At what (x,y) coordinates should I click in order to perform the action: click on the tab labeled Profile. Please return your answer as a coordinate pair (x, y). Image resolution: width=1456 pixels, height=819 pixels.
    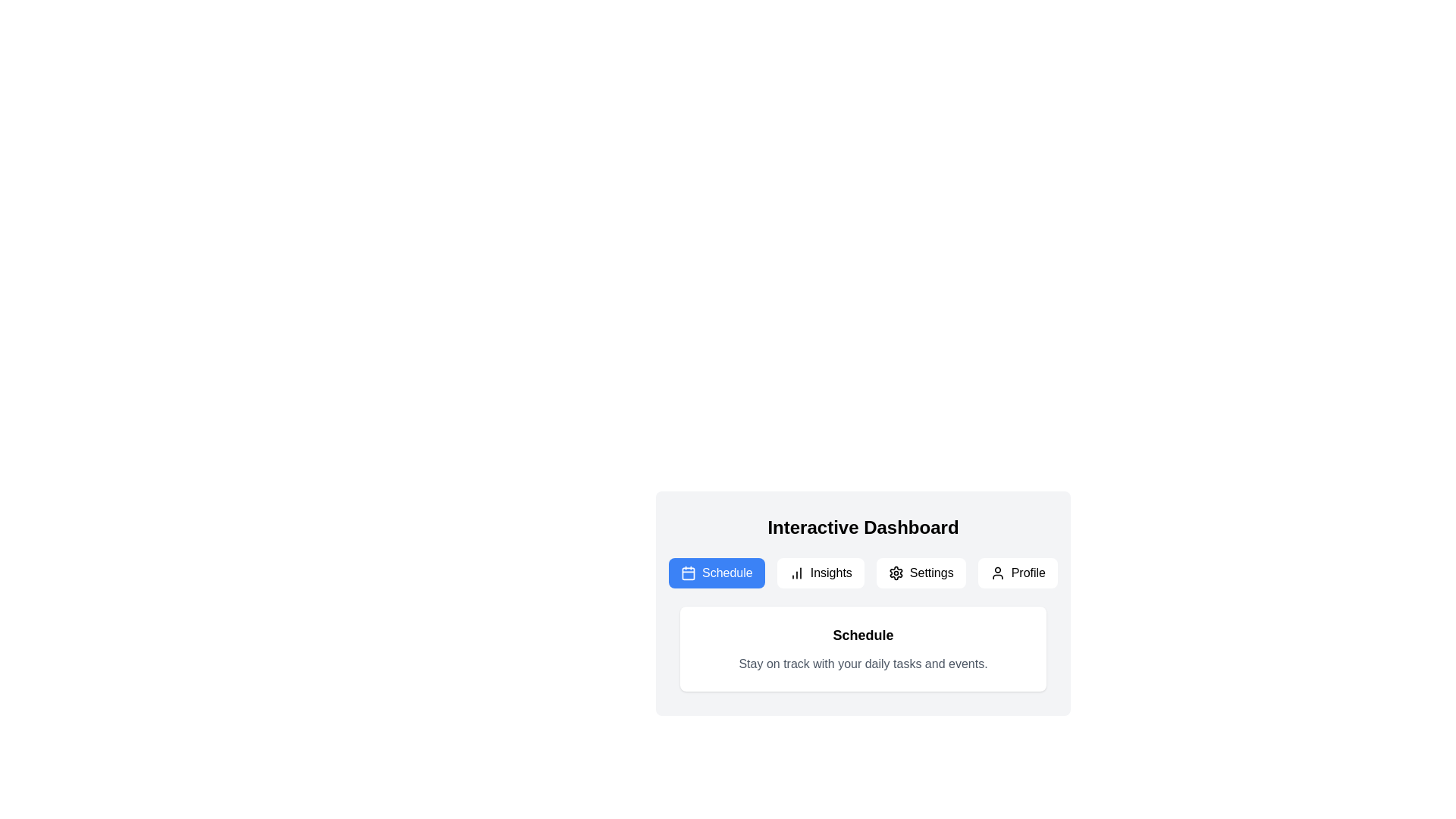
    Looking at the image, I should click on (1018, 573).